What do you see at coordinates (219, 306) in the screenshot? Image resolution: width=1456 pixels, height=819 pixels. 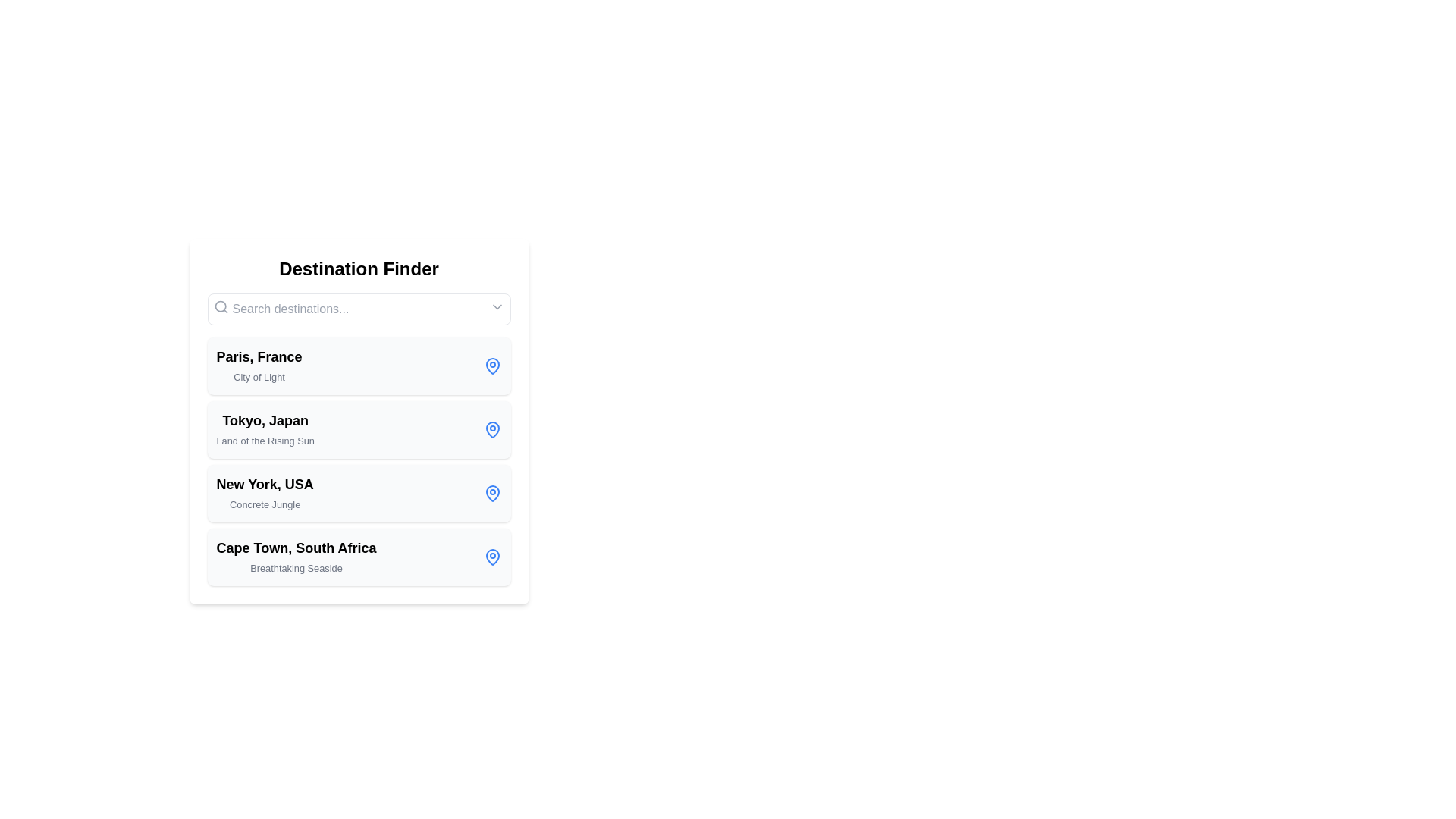 I see `the circular lens of the magnifying glass icon, which is part of the search bar labeled 'Search destinations...'` at bounding box center [219, 306].